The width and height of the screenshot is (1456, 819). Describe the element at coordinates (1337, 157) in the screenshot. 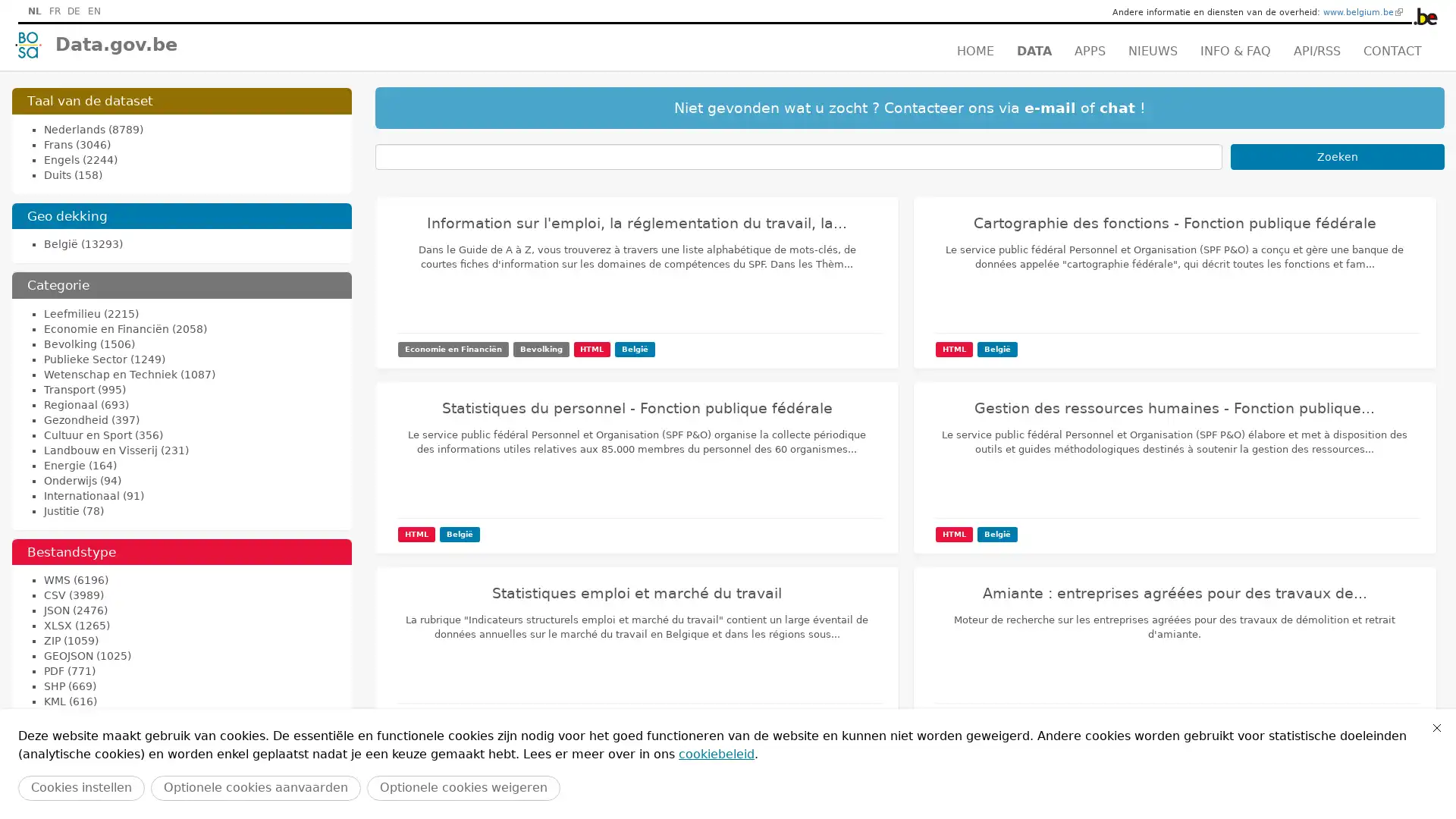

I see `Zoeken` at that location.